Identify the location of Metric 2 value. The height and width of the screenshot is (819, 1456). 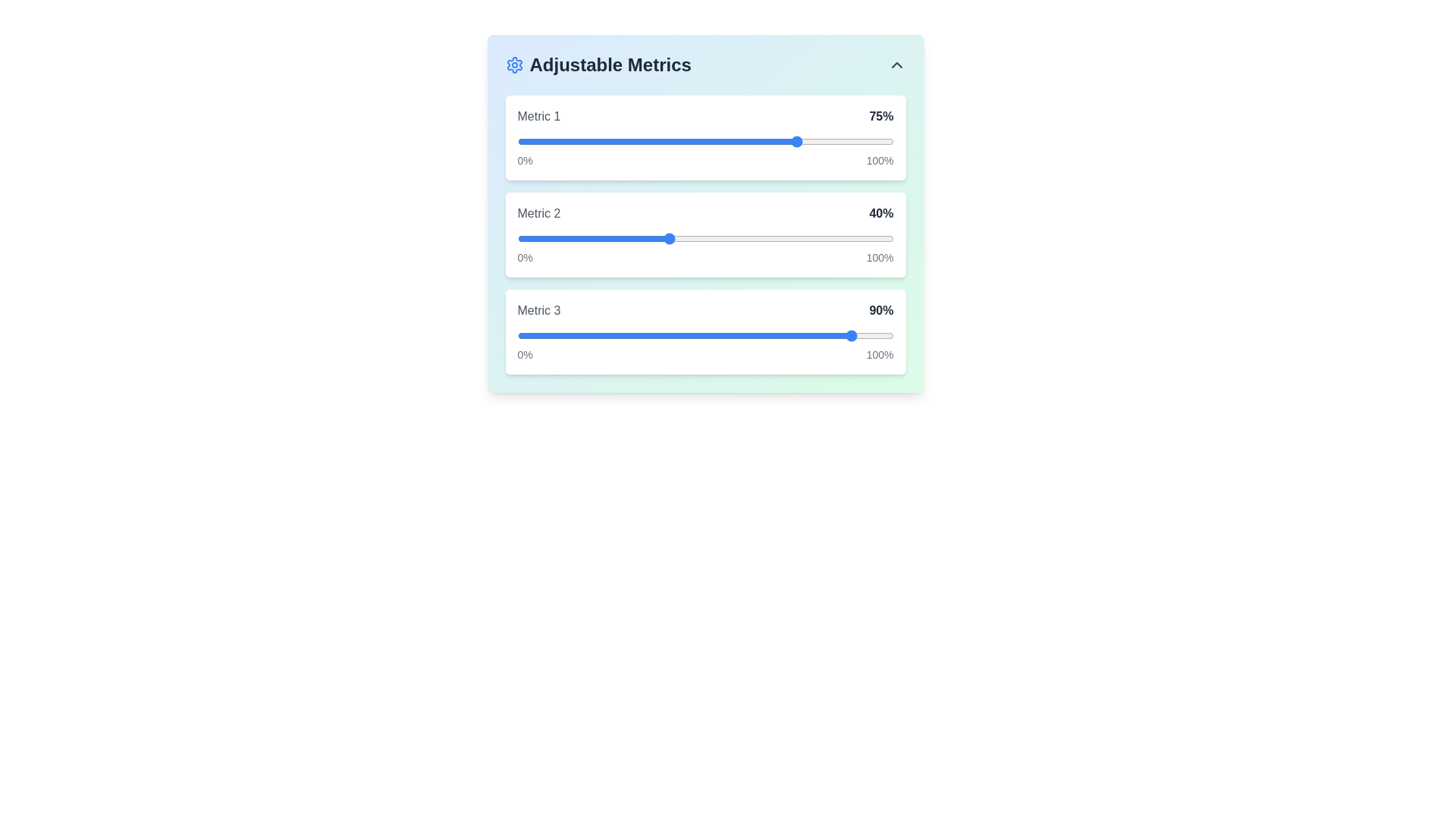
(743, 239).